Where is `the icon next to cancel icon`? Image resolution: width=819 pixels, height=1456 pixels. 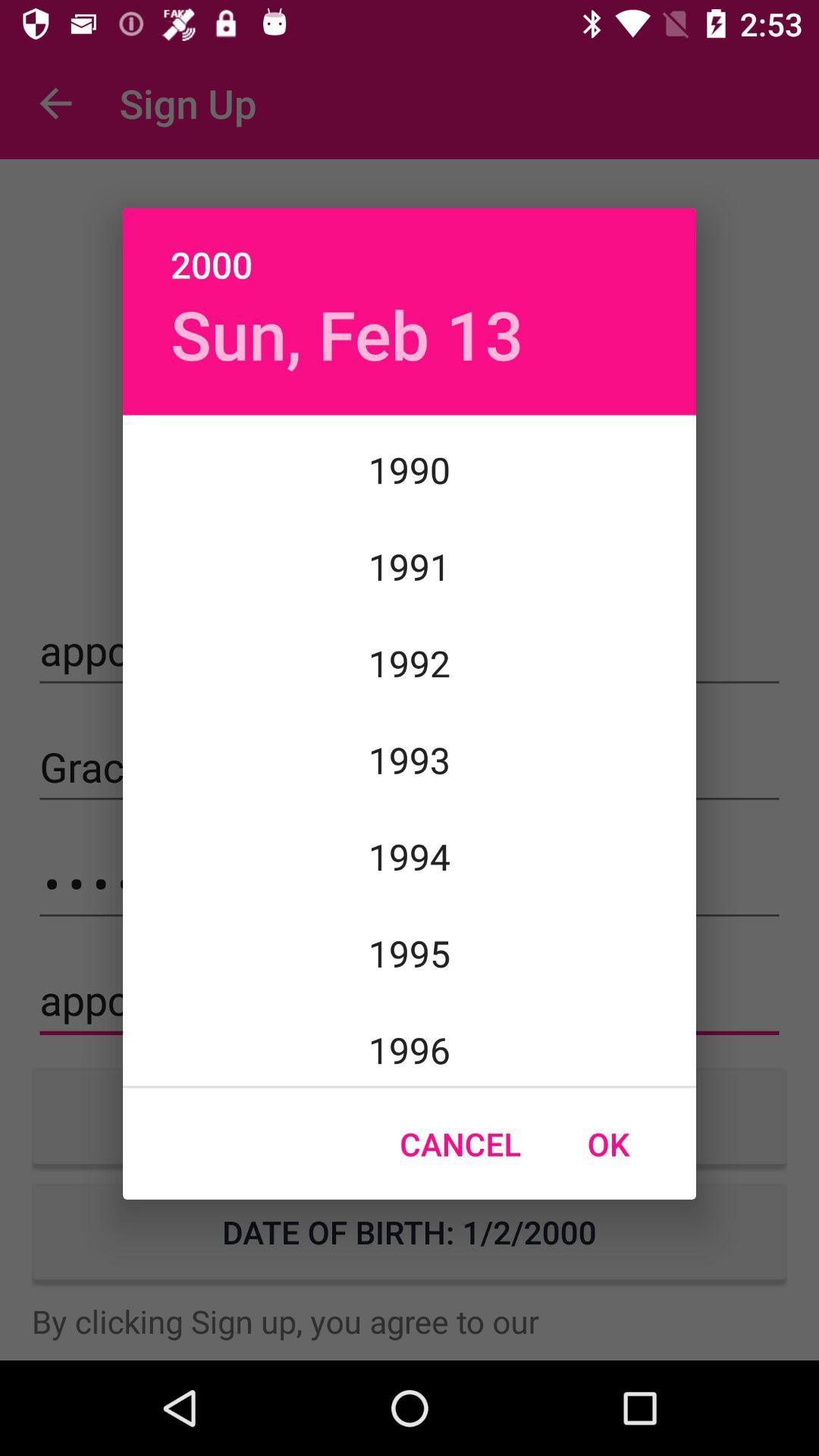
the icon next to cancel icon is located at coordinates (607, 1144).